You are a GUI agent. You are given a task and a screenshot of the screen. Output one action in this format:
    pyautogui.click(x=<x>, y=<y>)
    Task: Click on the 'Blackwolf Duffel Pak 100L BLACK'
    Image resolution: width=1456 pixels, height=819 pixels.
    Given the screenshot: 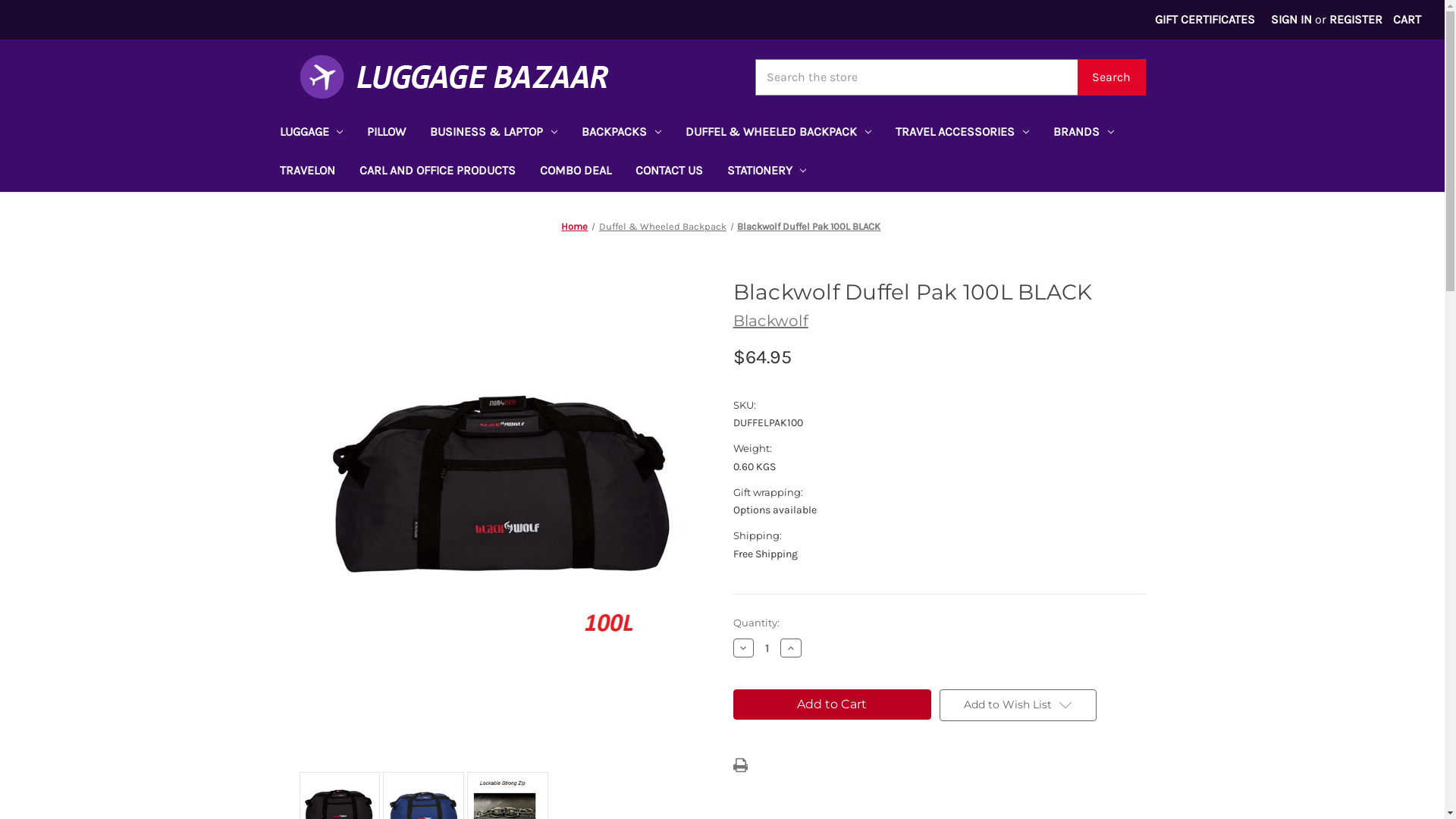 What is the action you would take?
    pyautogui.click(x=808, y=226)
    